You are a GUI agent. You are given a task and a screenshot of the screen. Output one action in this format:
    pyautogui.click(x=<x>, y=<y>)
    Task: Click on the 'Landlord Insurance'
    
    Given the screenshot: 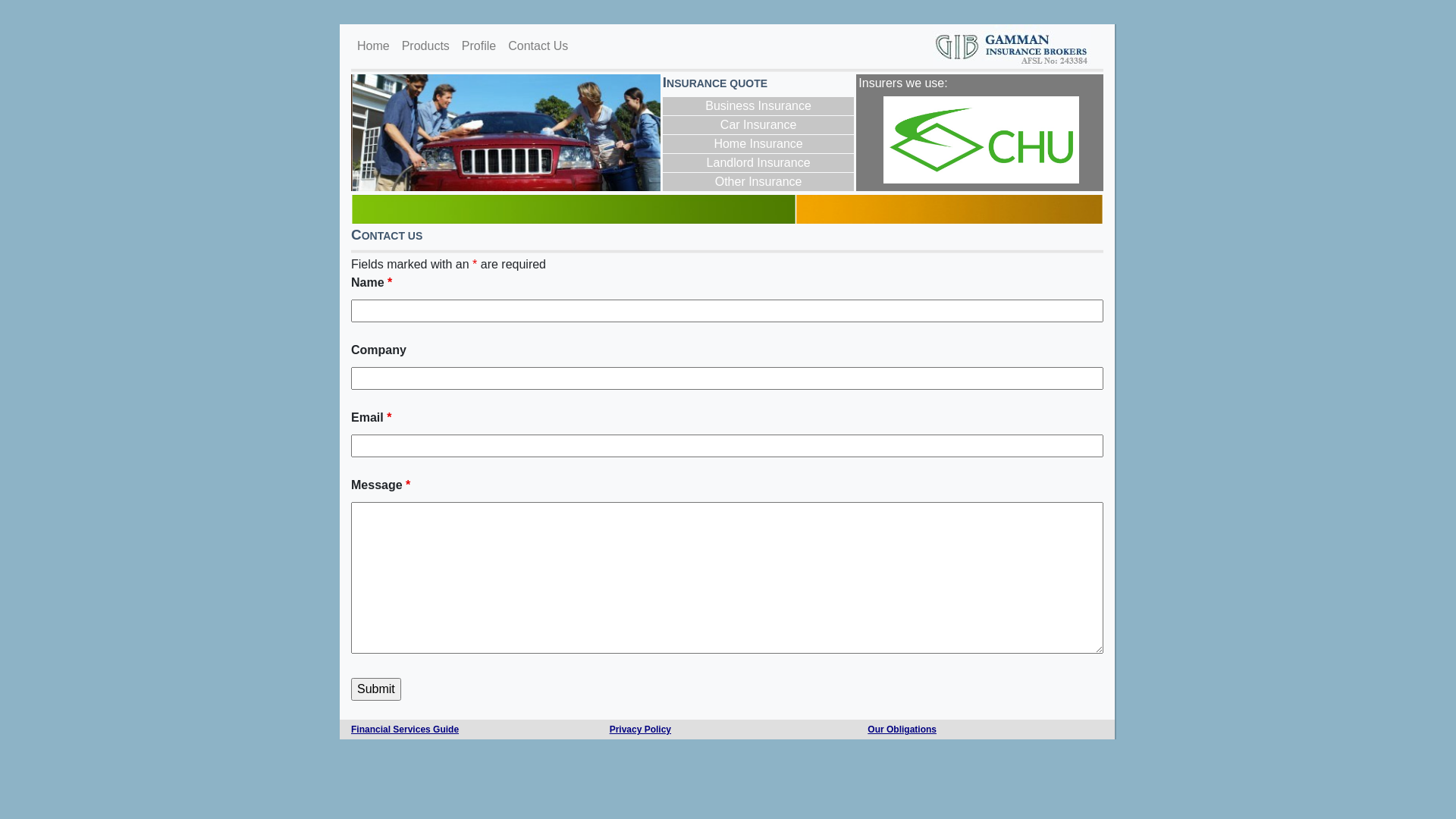 What is the action you would take?
    pyautogui.click(x=758, y=163)
    